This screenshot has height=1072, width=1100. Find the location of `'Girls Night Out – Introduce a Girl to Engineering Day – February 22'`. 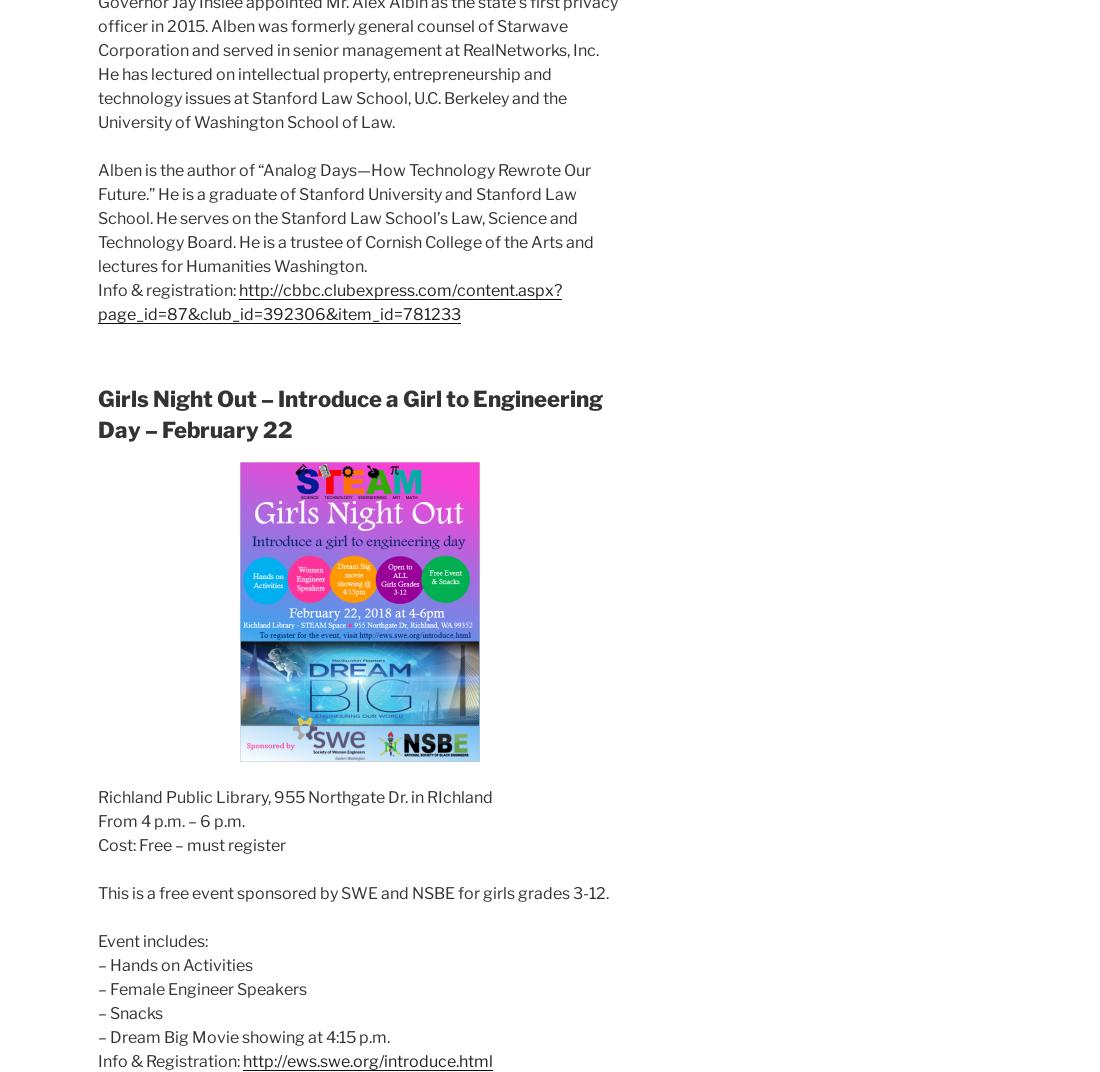

'Girls Night Out – Introduce a Girl to Engineering Day – February 22' is located at coordinates (350, 412).